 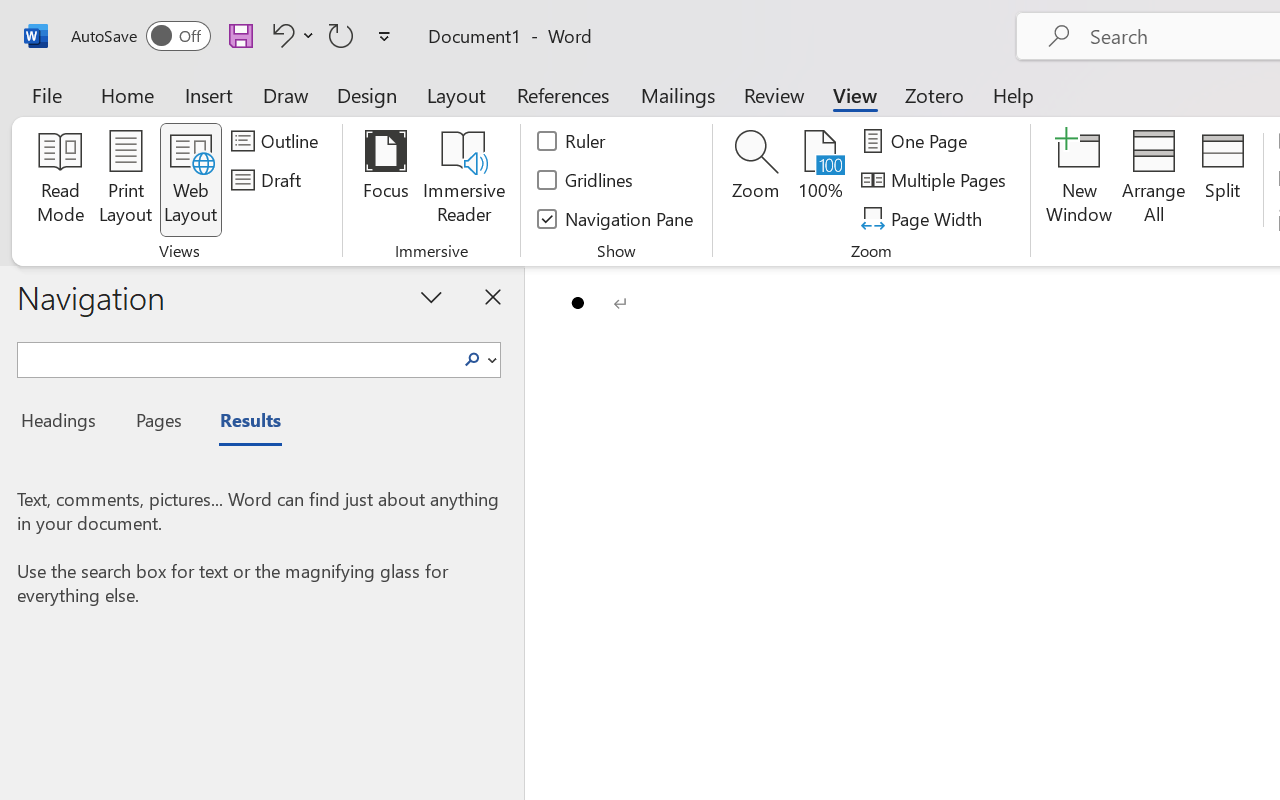 I want to click on 'Navigation Pane', so click(x=615, y=218).